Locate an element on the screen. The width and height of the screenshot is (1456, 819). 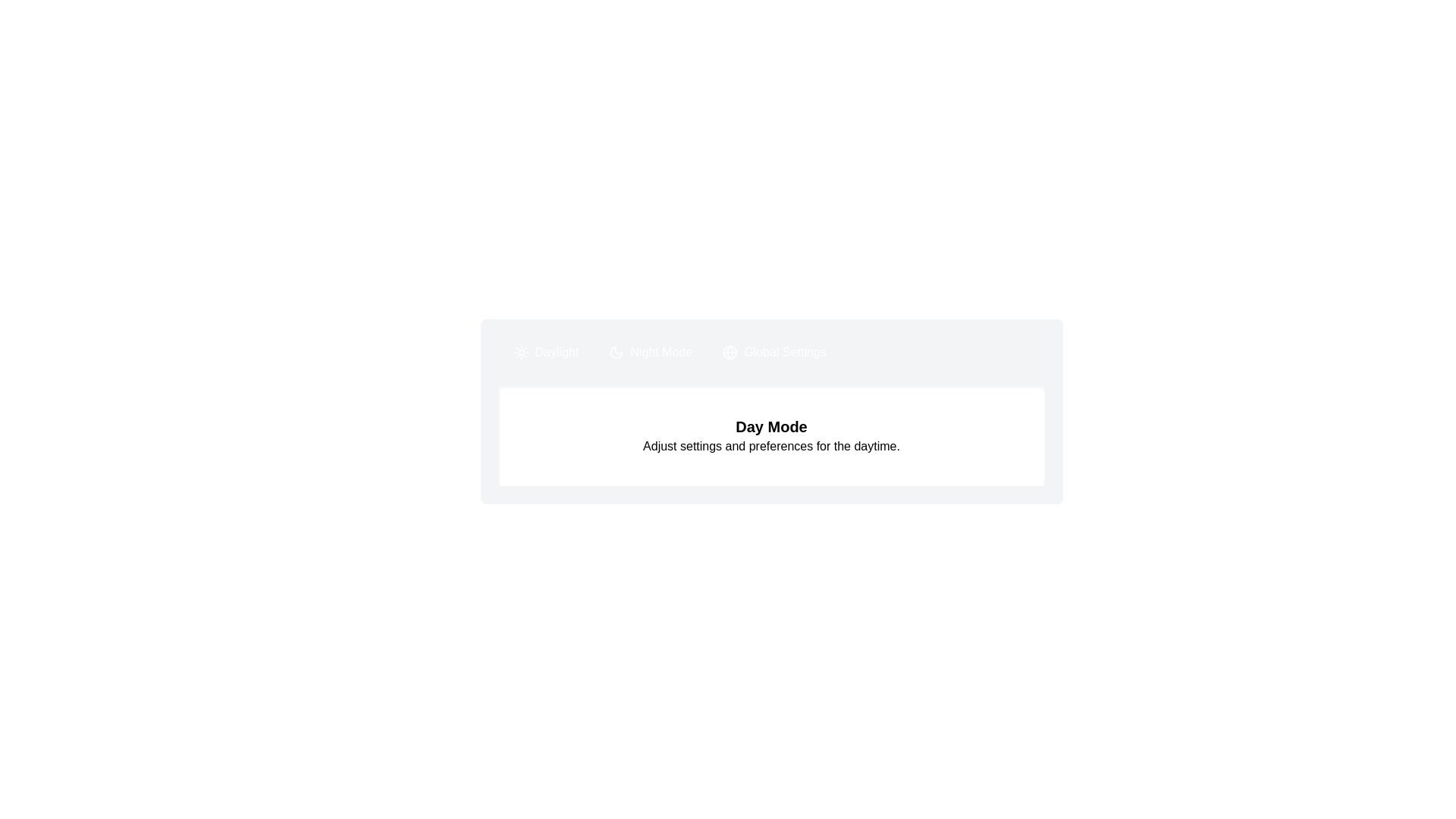
the tab Night Mode and copy its content is located at coordinates (651, 353).